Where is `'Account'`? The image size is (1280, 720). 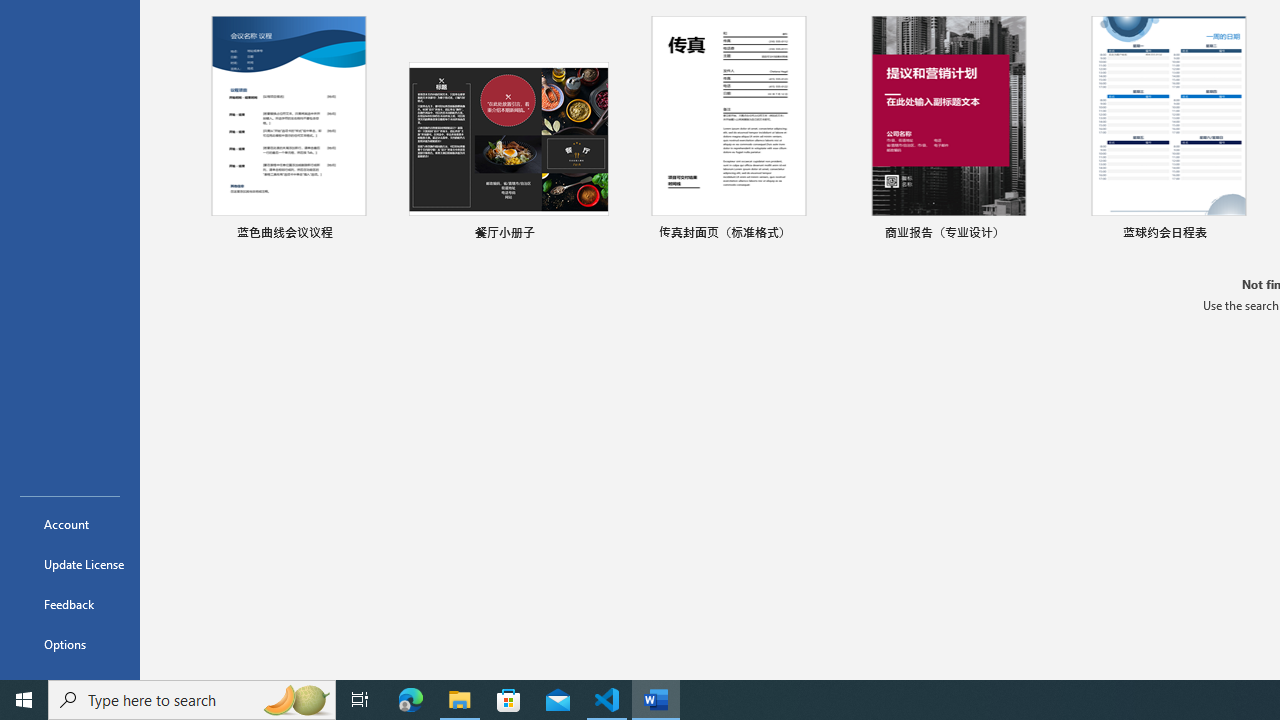
'Account' is located at coordinates (69, 523).